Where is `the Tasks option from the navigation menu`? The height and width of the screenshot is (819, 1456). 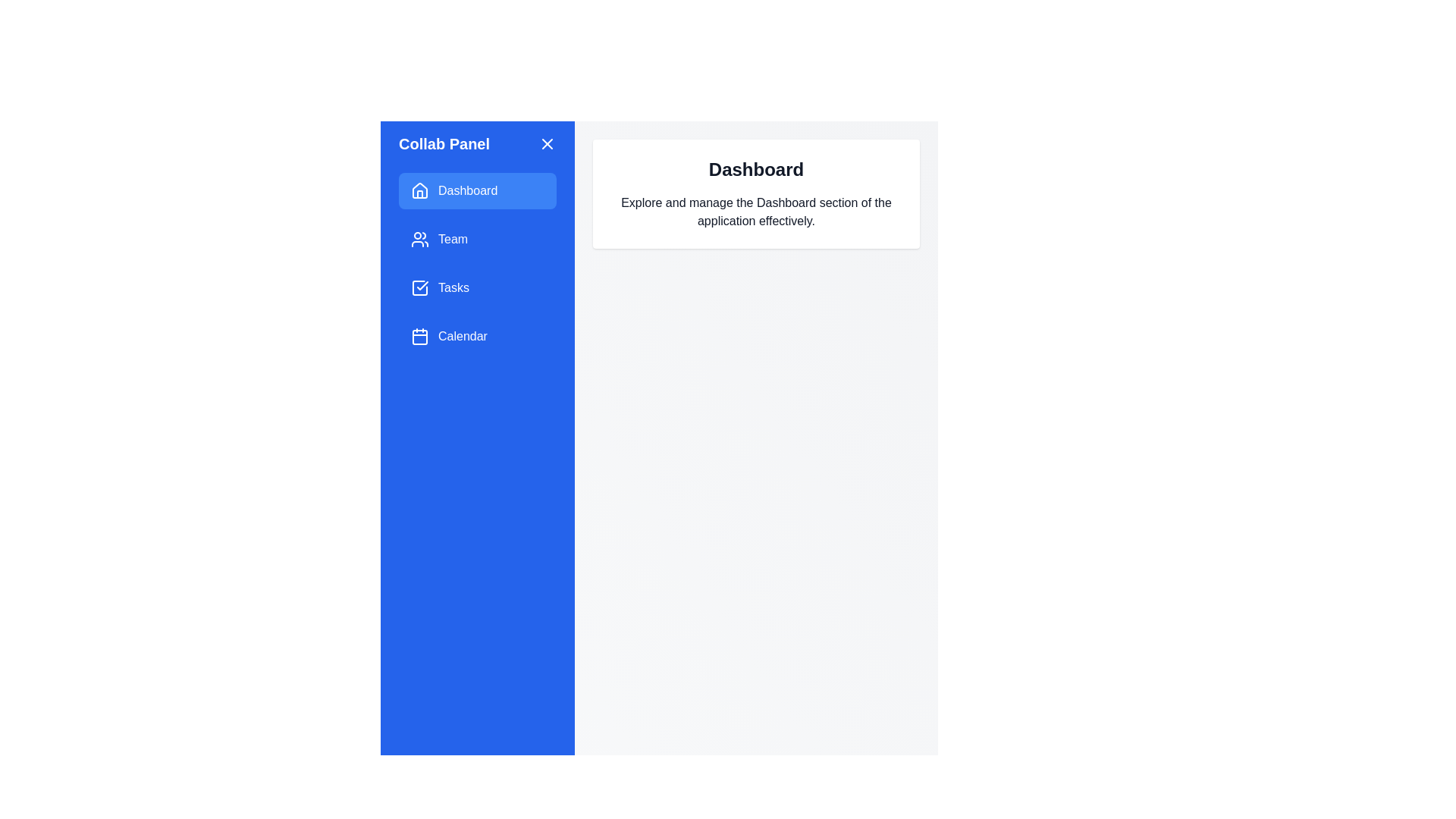
the Tasks option from the navigation menu is located at coordinates (476, 288).